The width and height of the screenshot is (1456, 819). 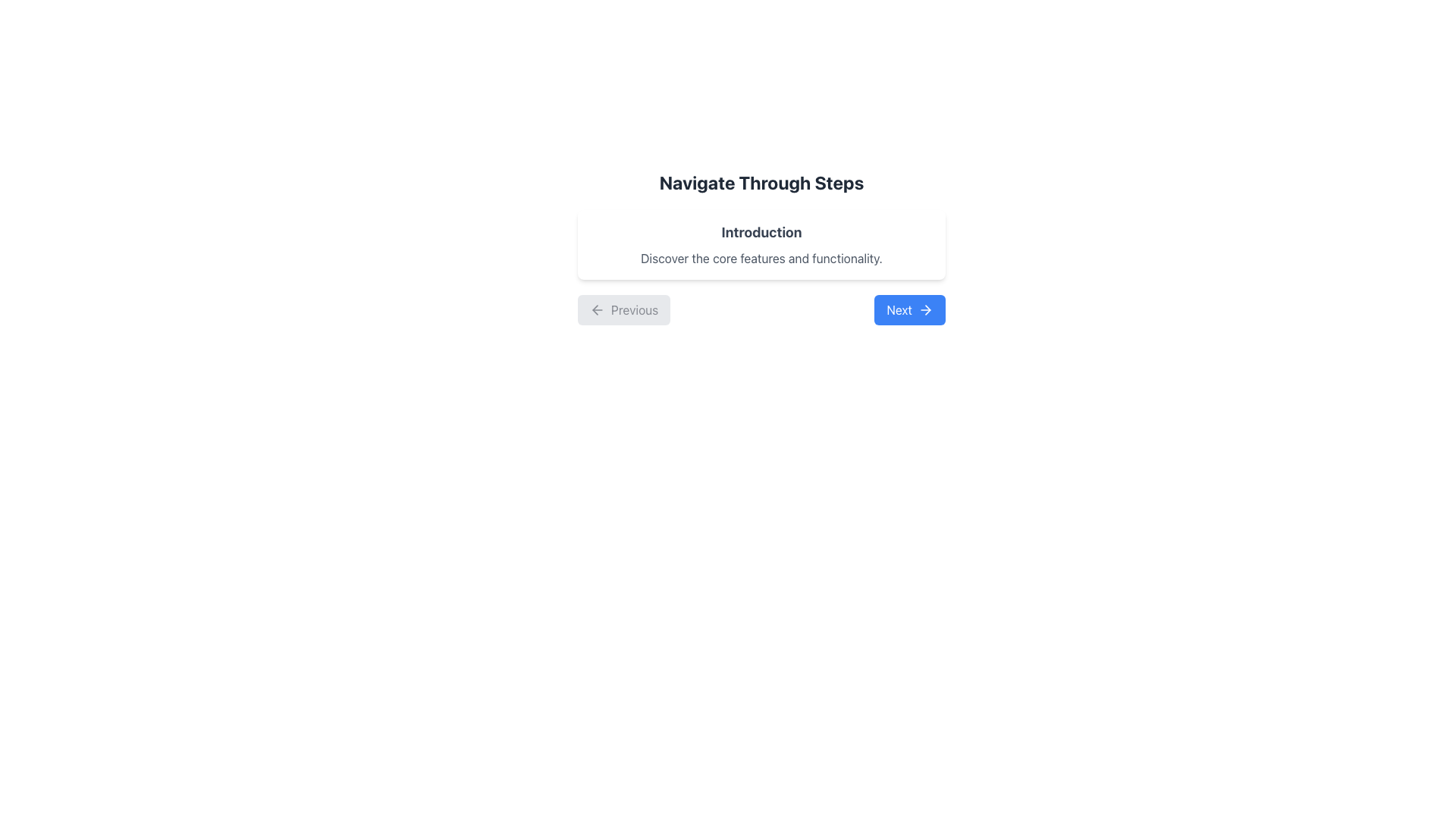 I want to click on the 'Previous' button located at the bottom-left corner of the navigation section, so click(x=624, y=309).